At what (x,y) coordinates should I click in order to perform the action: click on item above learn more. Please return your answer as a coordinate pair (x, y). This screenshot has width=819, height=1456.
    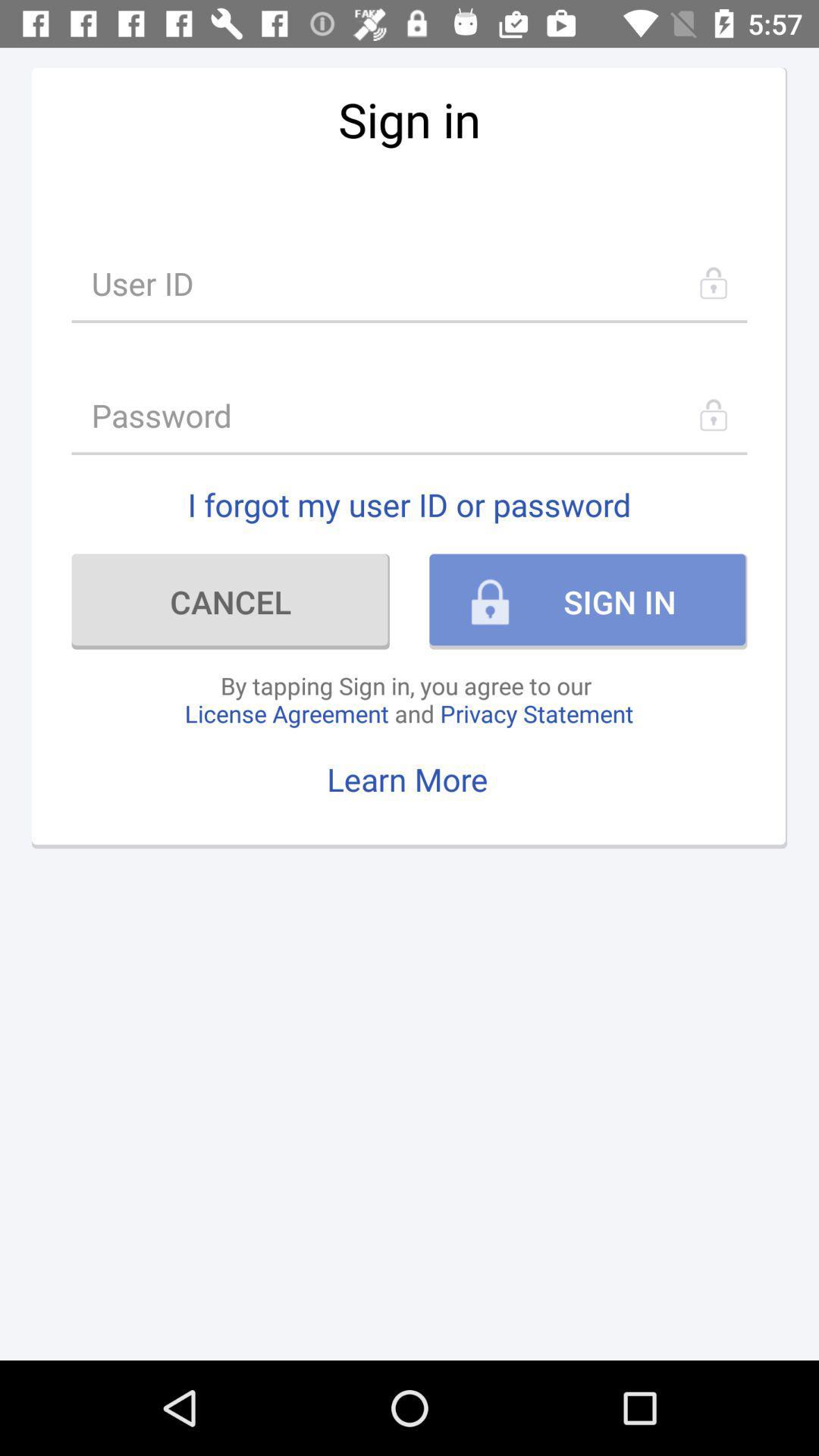
    Looking at the image, I should click on (408, 698).